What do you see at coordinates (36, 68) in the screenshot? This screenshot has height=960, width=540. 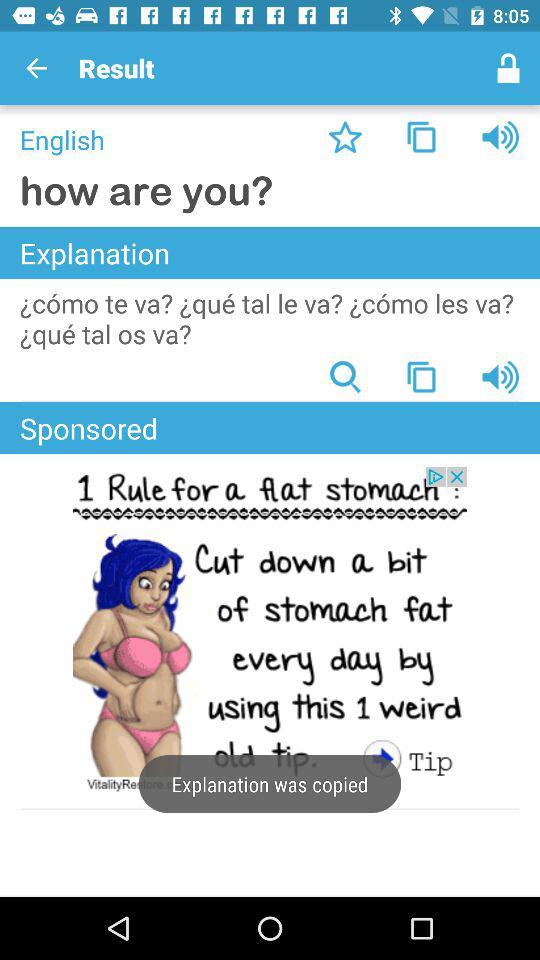 I see `icon above english item` at bounding box center [36, 68].